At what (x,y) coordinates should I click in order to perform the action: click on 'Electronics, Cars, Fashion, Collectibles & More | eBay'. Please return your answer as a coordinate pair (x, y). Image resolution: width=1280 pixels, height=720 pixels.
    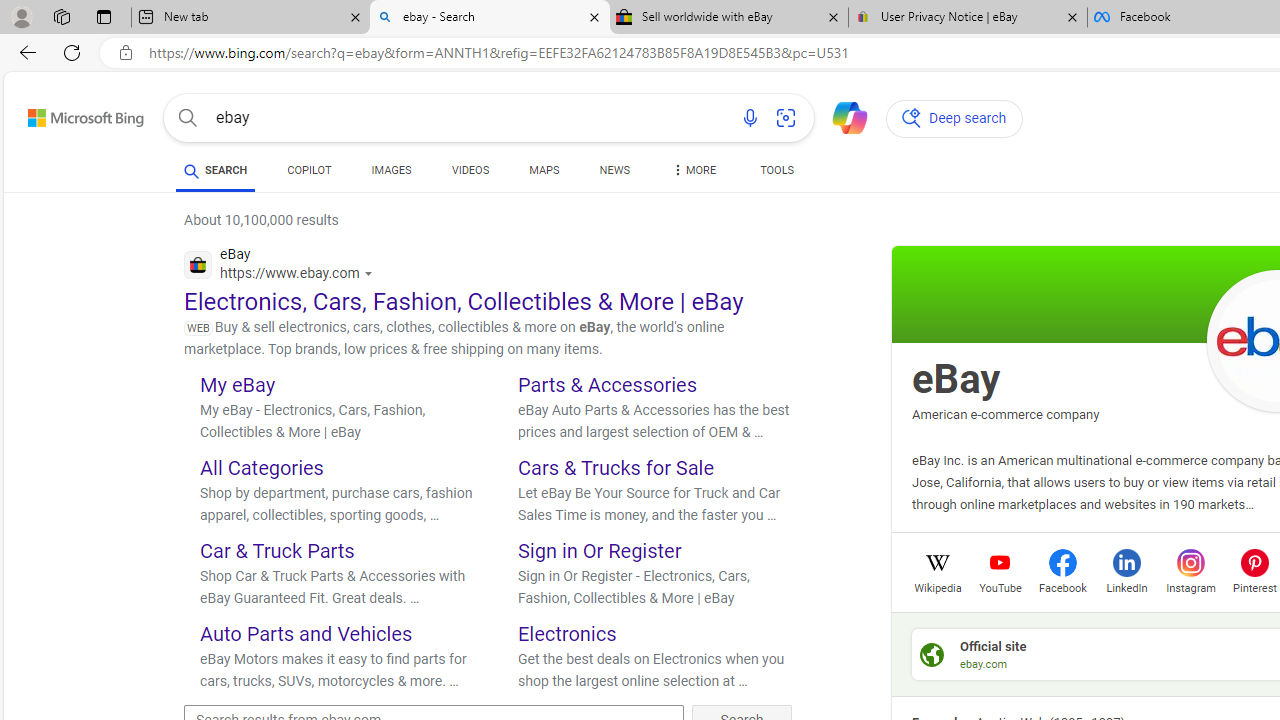
    Looking at the image, I should click on (463, 301).